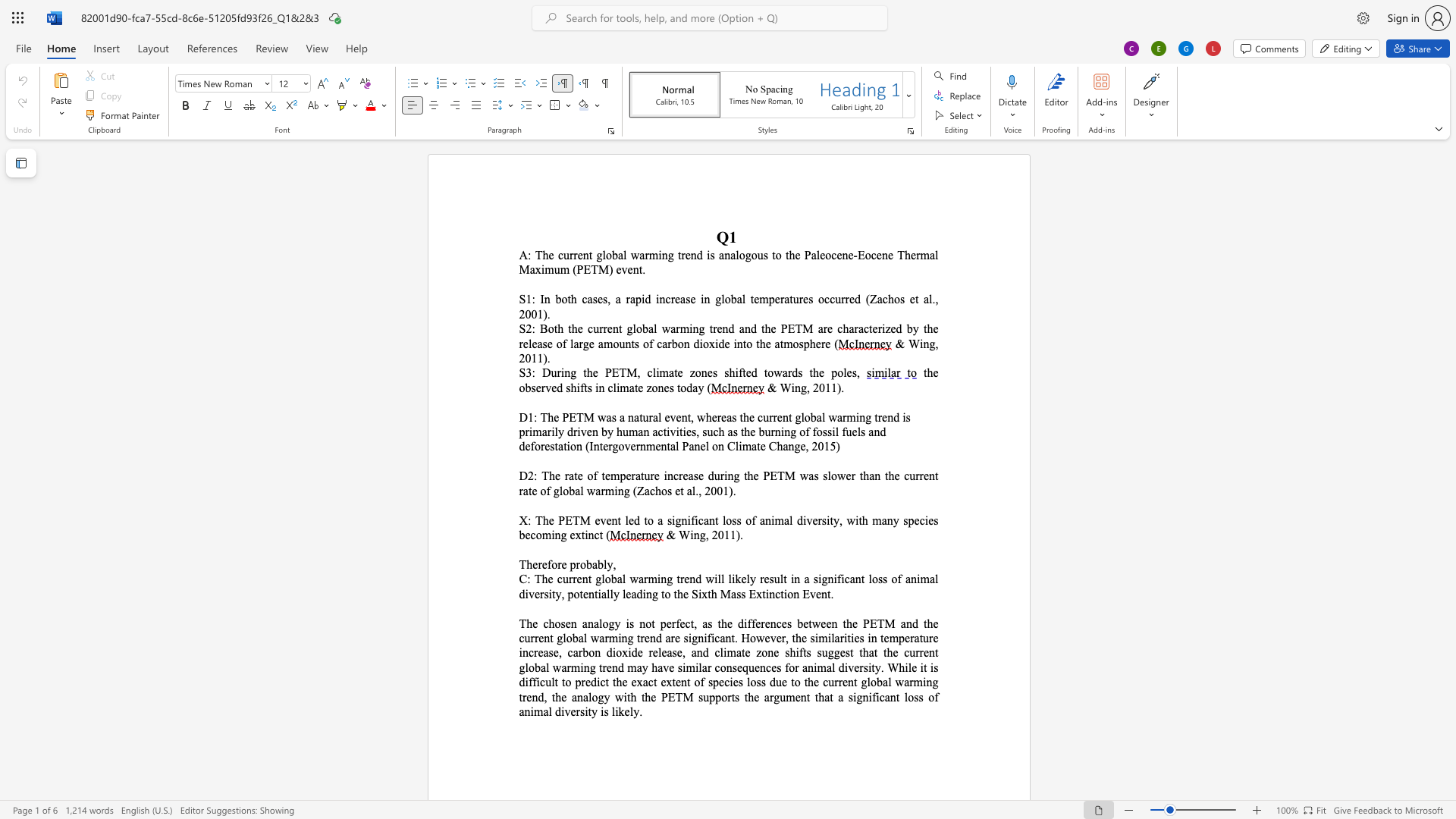 Image resolution: width=1456 pixels, height=819 pixels. I want to click on the 1th character "v" in the text, so click(602, 519).